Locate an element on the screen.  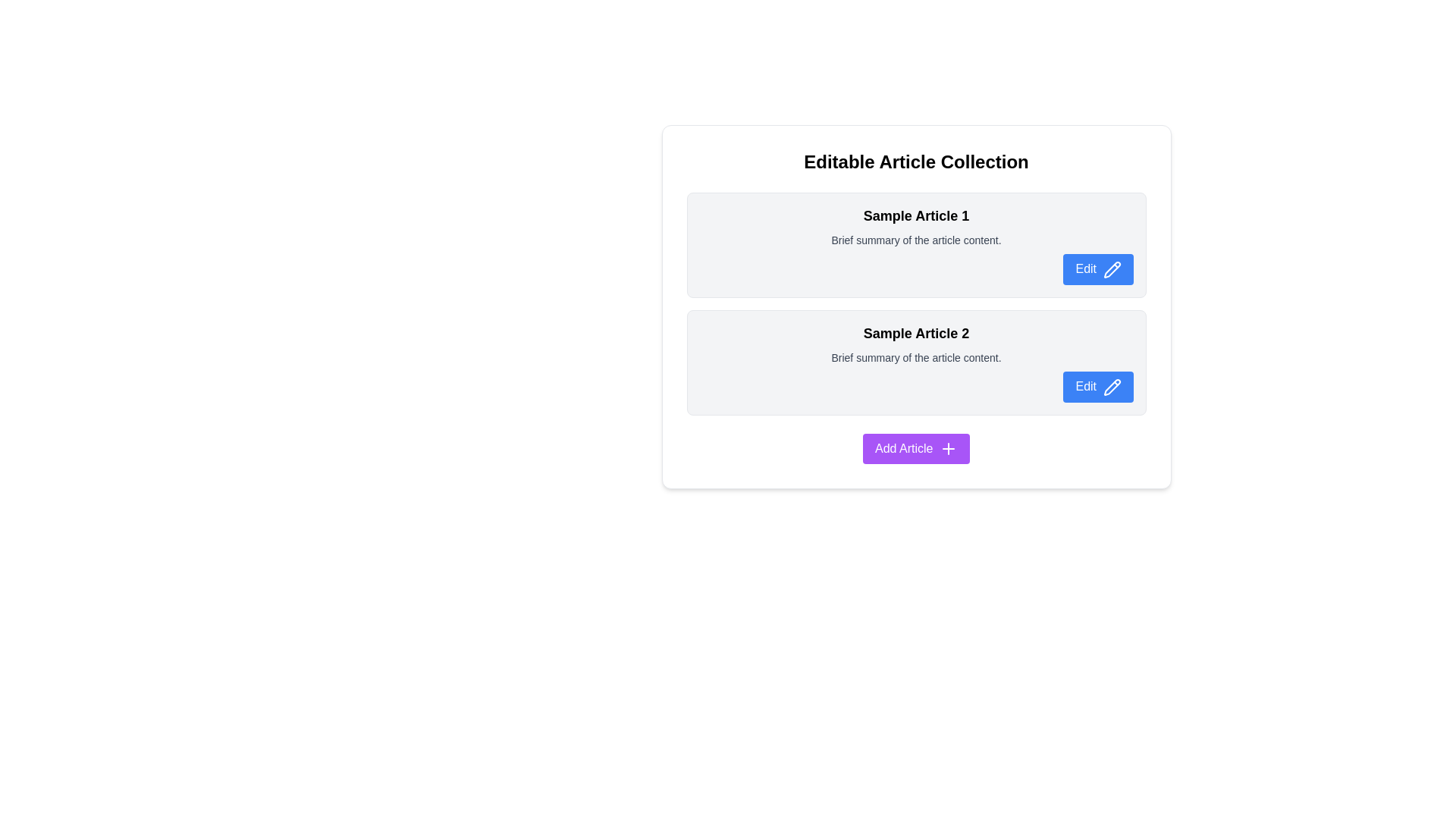
the add article icon located to the right-hand side inside the 'Add Article' button below the list of articles is located at coordinates (947, 448).